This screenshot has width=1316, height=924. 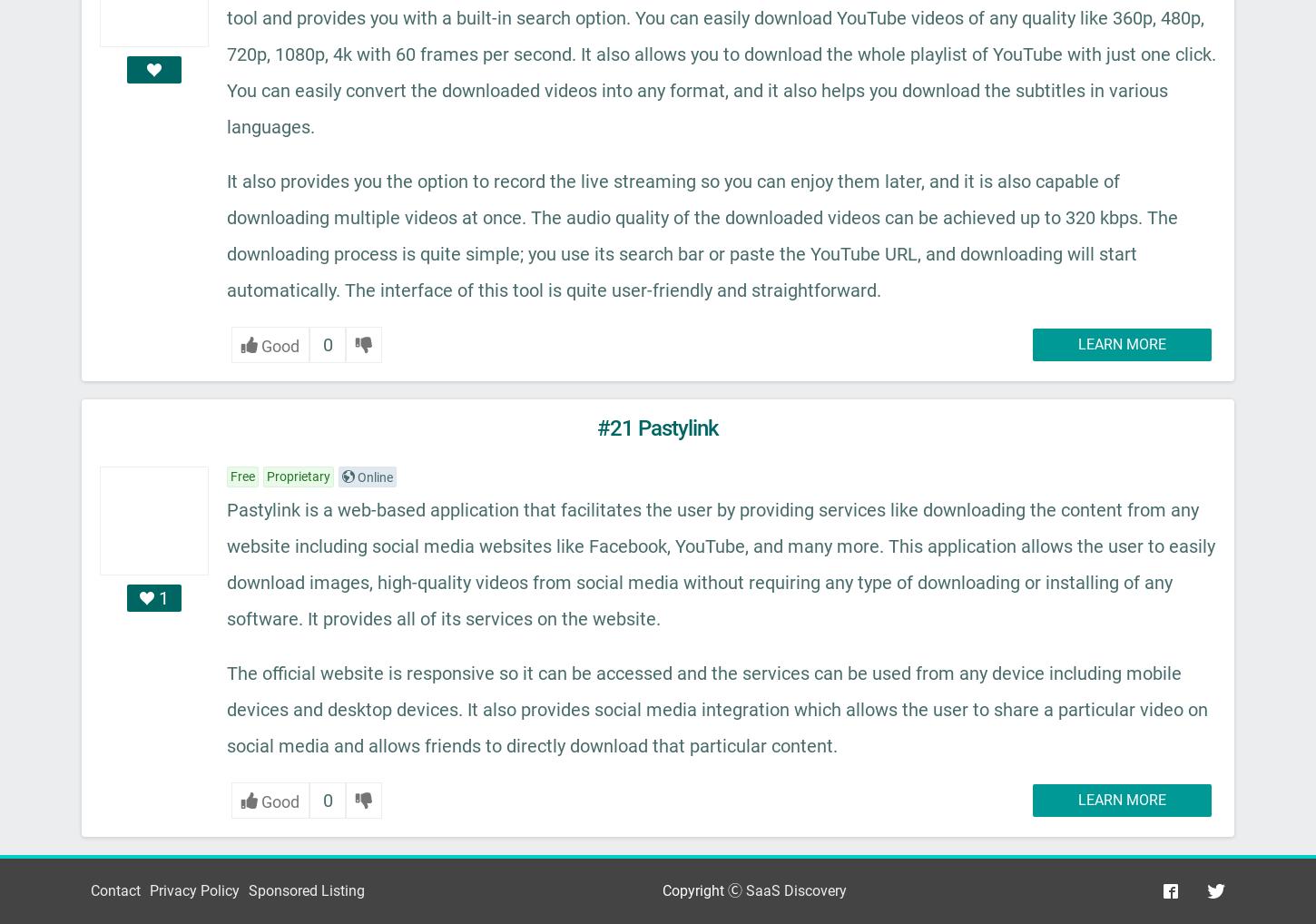 What do you see at coordinates (703, 890) in the screenshot?
I see `'Copyright Ⓒ'` at bounding box center [703, 890].